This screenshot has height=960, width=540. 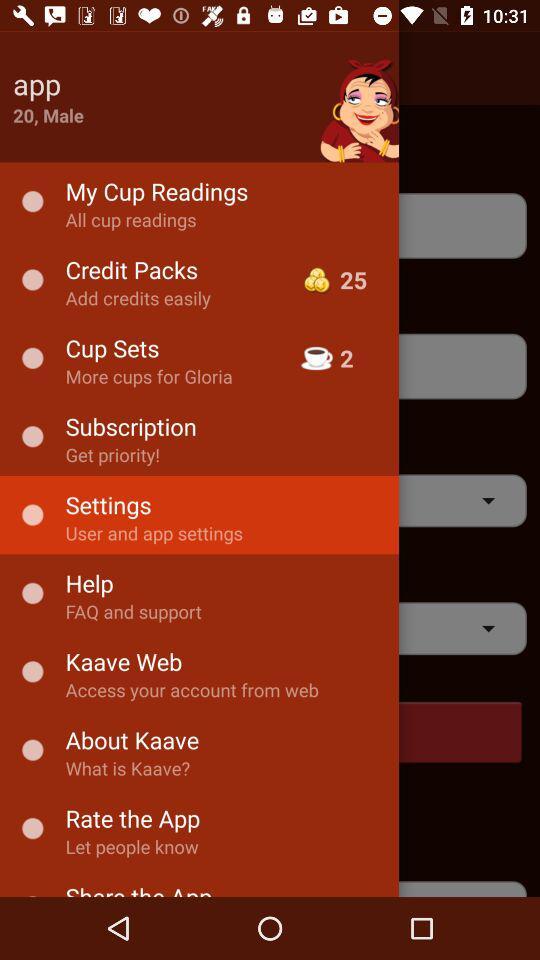 What do you see at coordinates (31, 672) in the screenshot?
I see `the dot option to the left of kaave web text` at bounding box center [31, 672].